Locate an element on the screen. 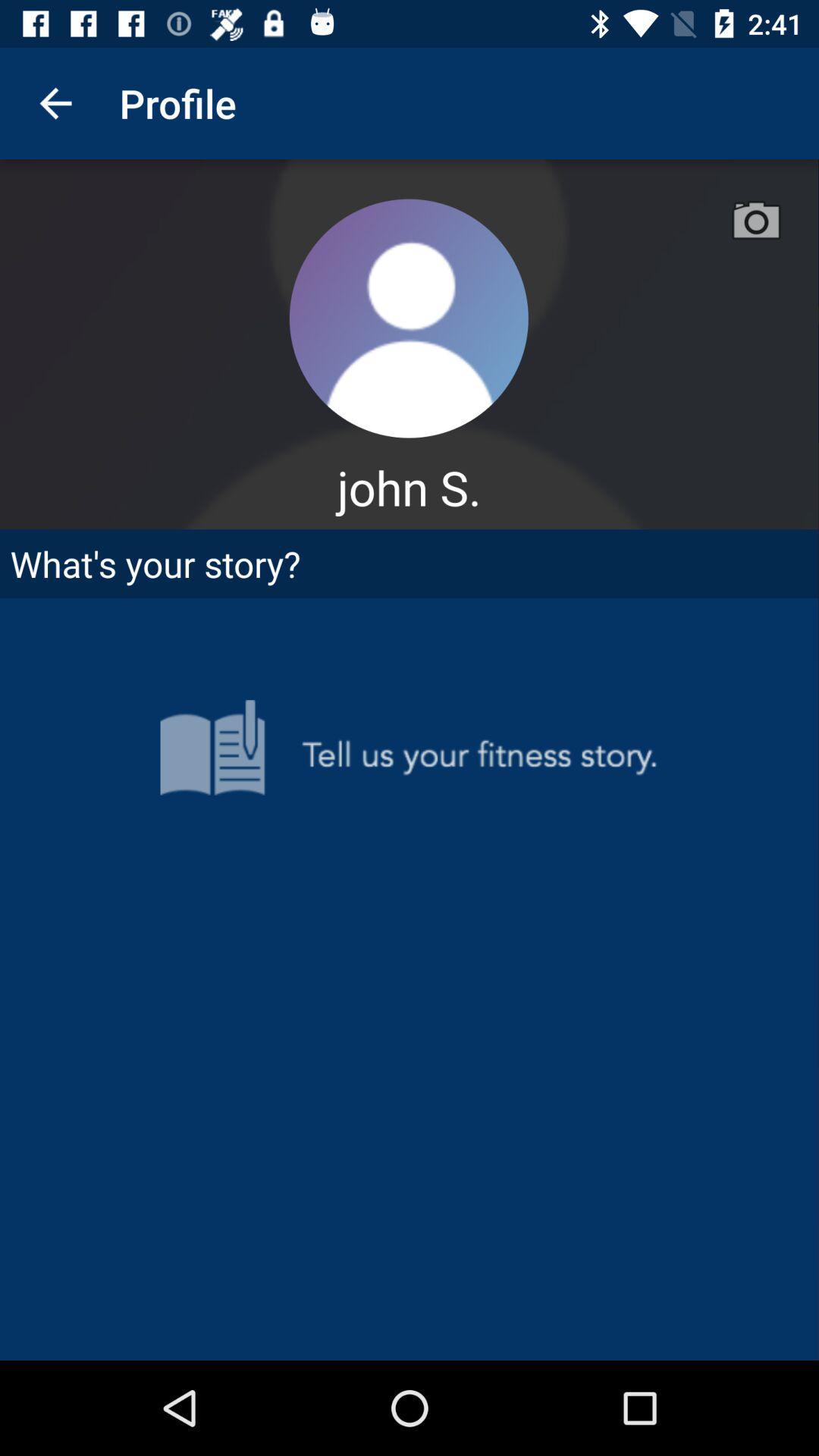 The image size is (819, 1456). user image is located at coordinates (408, 318).